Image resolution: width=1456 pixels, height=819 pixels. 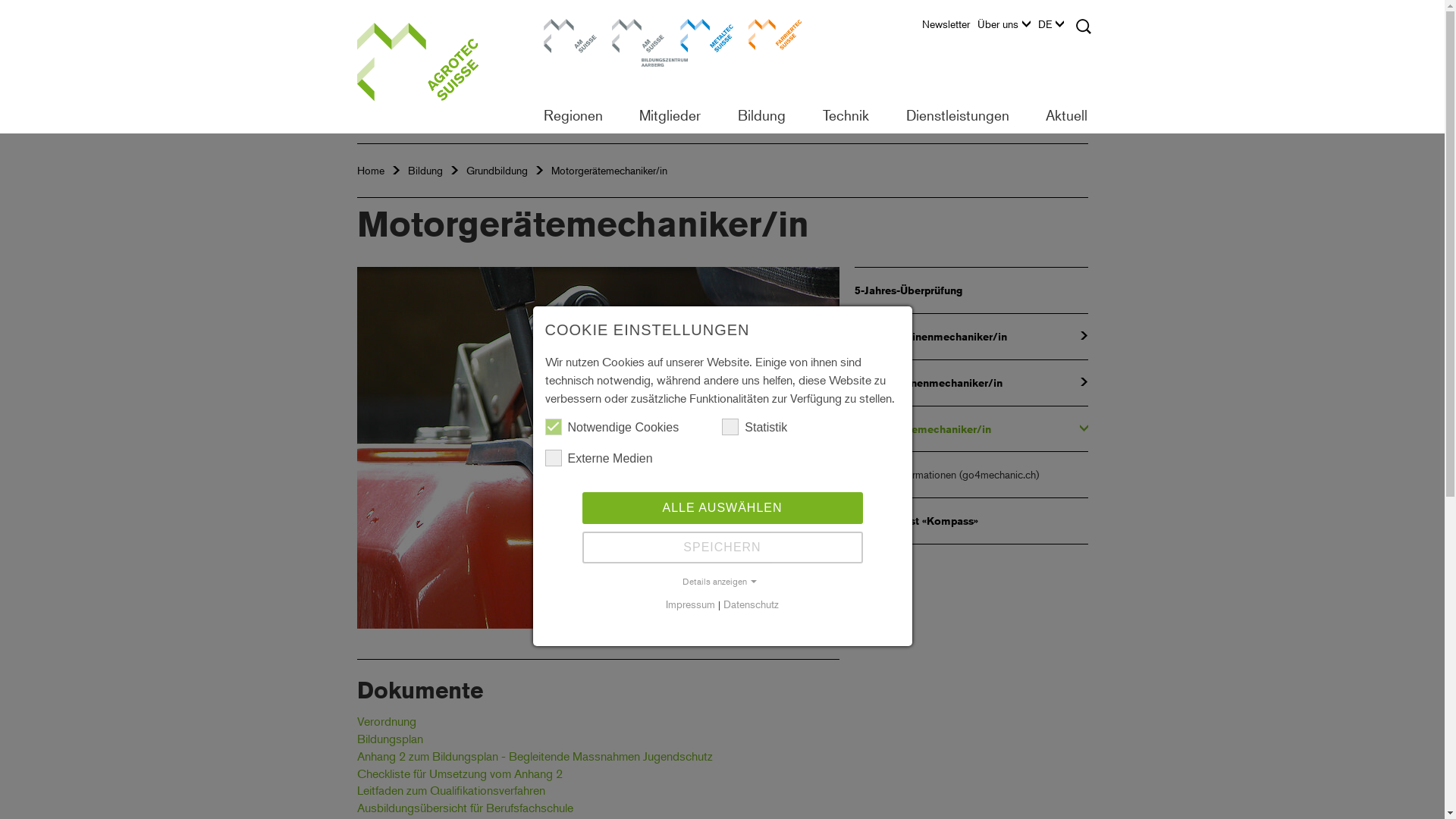 What do you see at coordinates (370, 170) in the screenshot?
I see `'Home'` at bounding box center [370, 170].